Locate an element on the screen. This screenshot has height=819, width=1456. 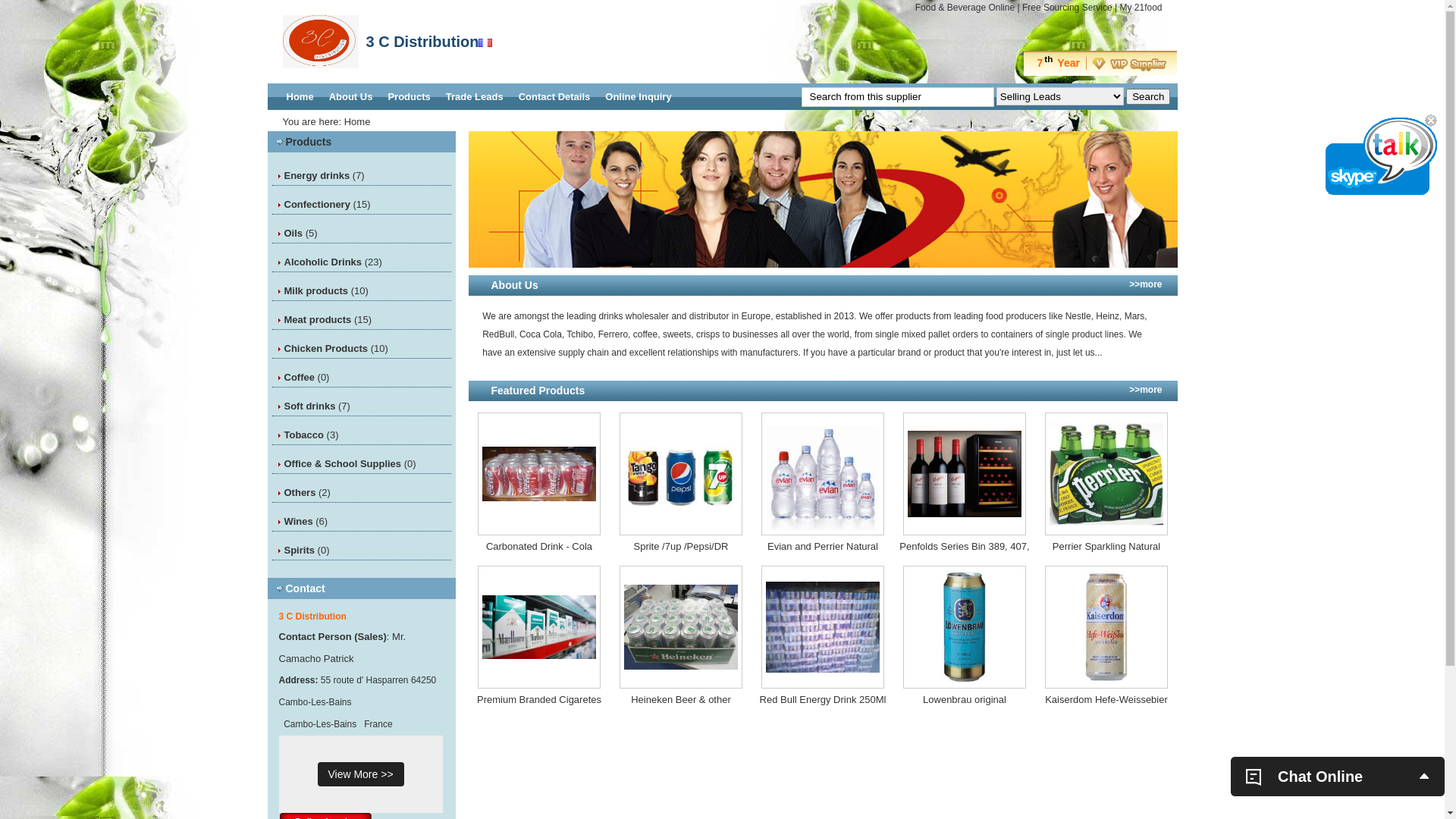
'7thYear' is located at coordinates (1098, 62).